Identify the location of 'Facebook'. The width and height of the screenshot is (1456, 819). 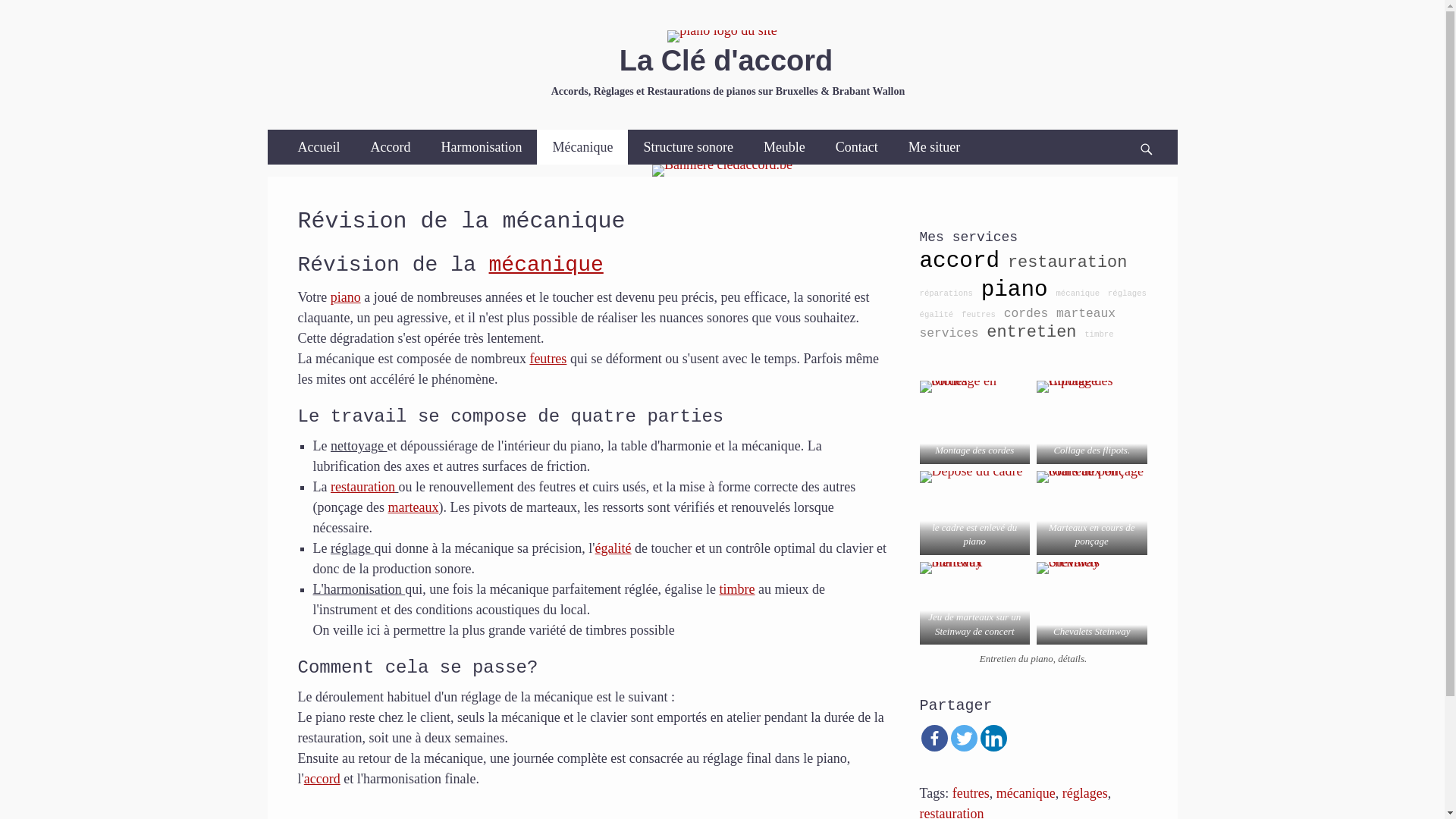
(933, 737).